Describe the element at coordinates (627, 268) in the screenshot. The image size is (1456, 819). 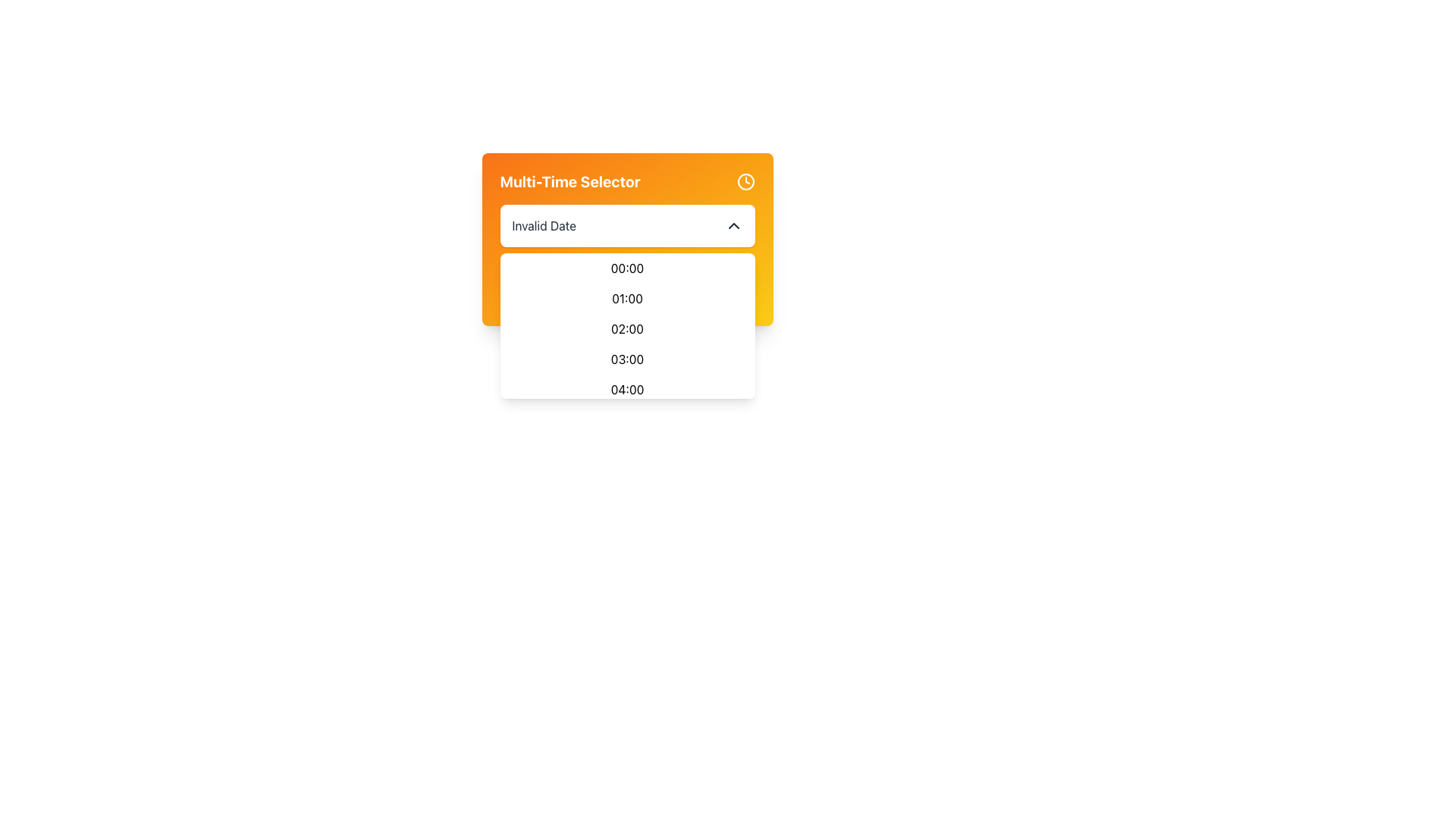
I see `the first selectable time value '00:00' in the dropdown menu` at that location.